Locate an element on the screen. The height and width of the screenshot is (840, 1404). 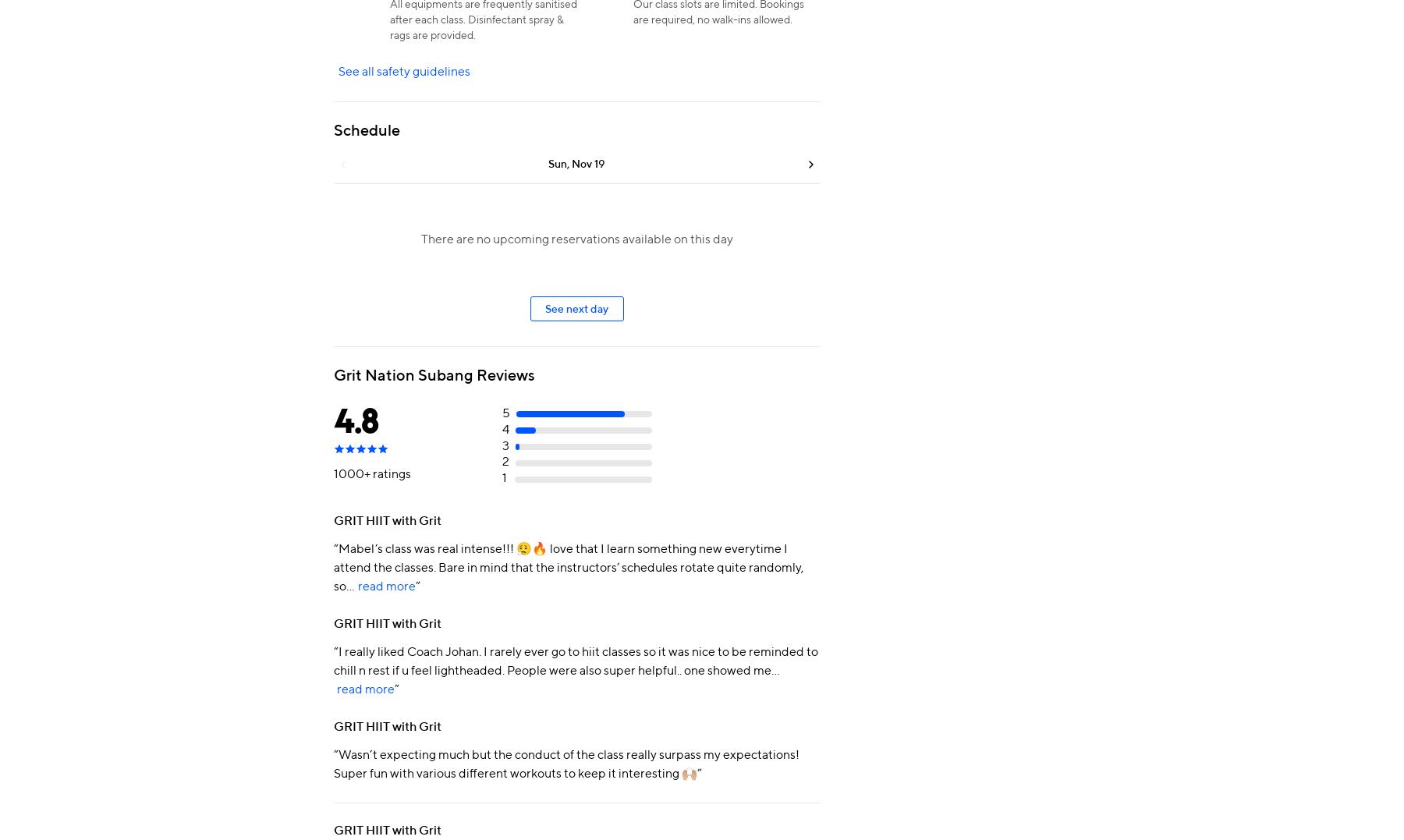
'See all safety guidelines' is located at coordinates (403, 70).